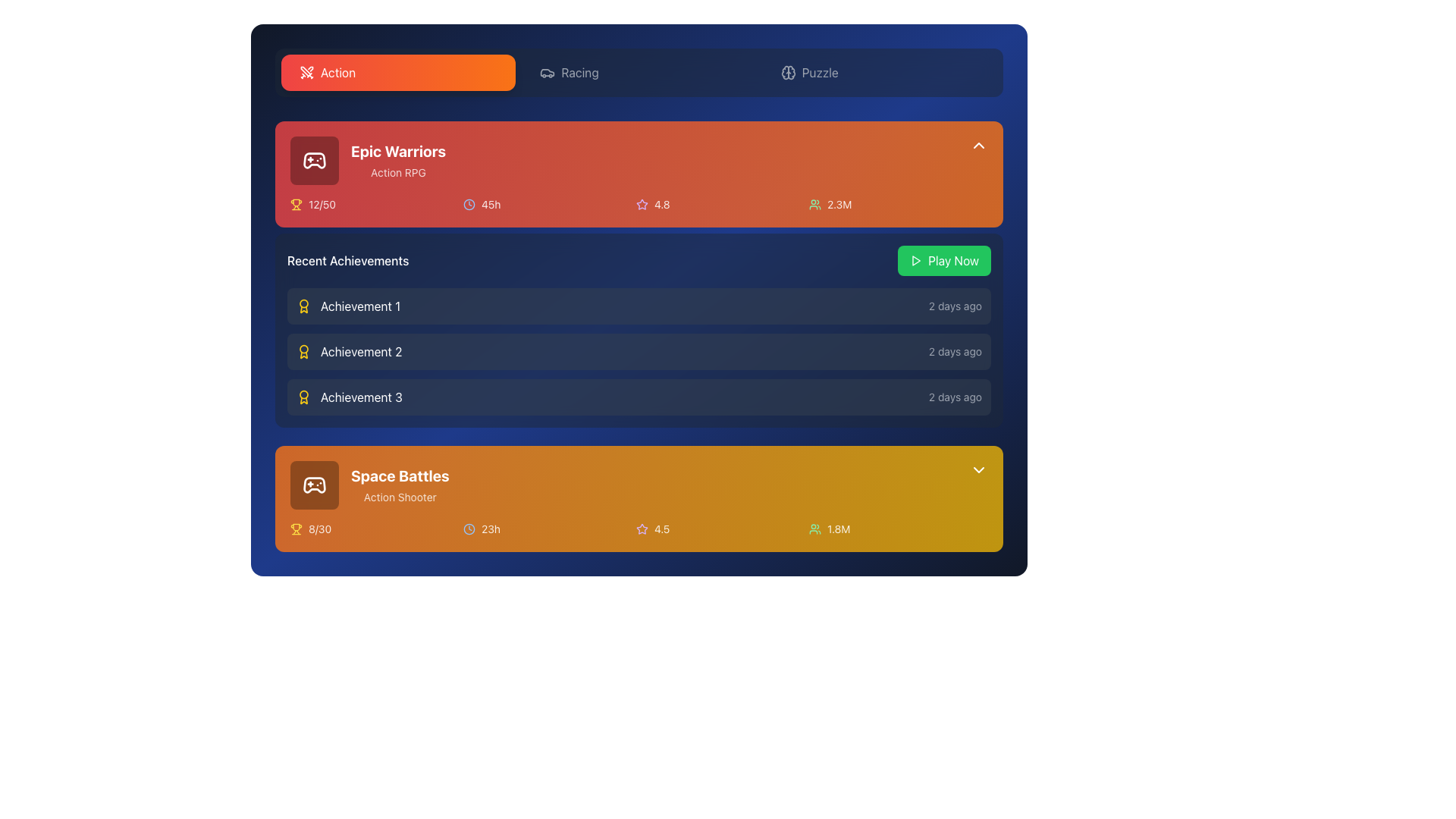 The height and width of the screenshot is (819, 1456). Describe the element at coordinates (839, 205) in the screenshot. I see `text label displaying '2.3M' located to the right of the green user icon in the user count indicator group` at that location.